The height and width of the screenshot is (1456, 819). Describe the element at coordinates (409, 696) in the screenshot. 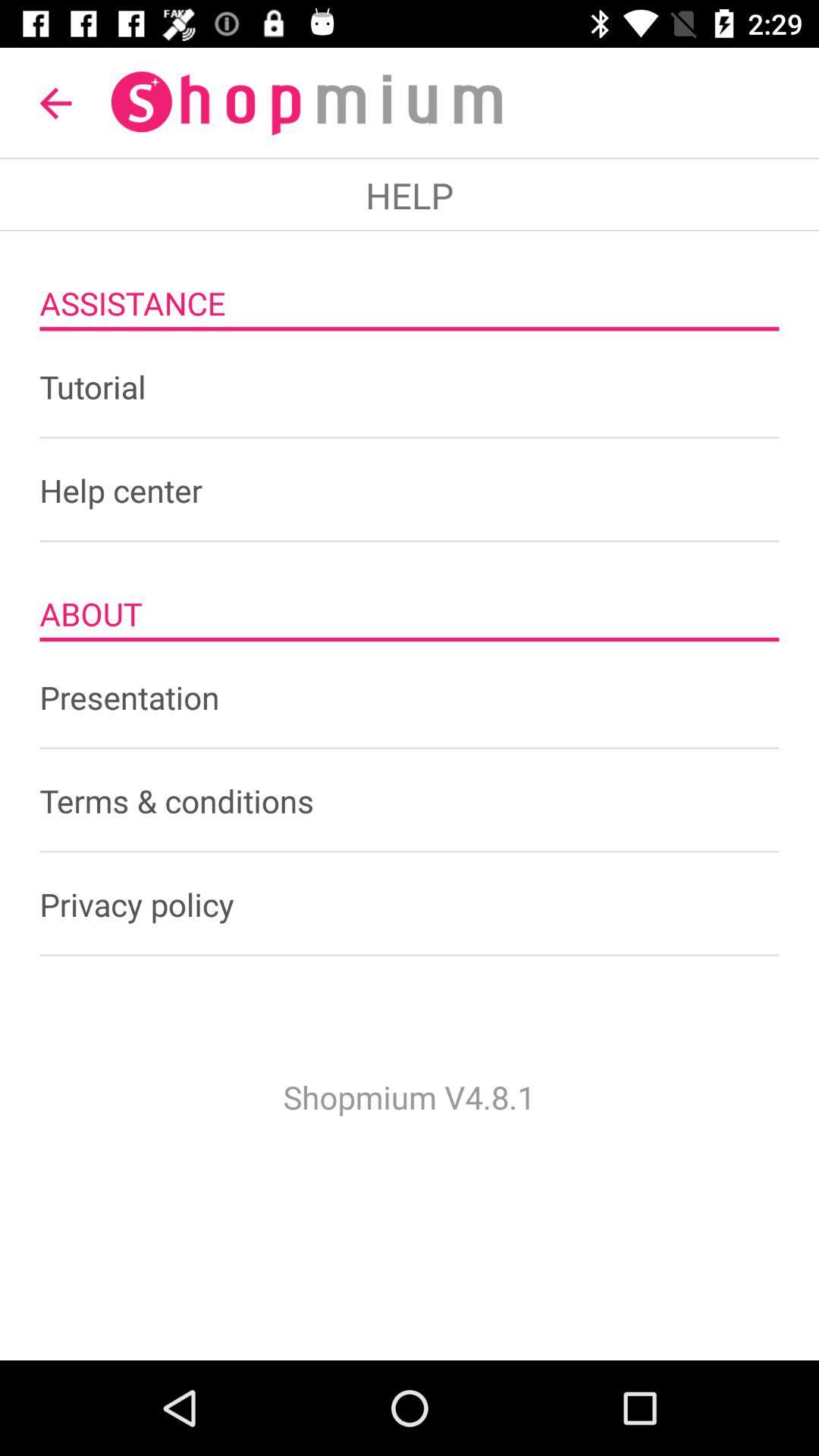

I see `presentation item` at that location.